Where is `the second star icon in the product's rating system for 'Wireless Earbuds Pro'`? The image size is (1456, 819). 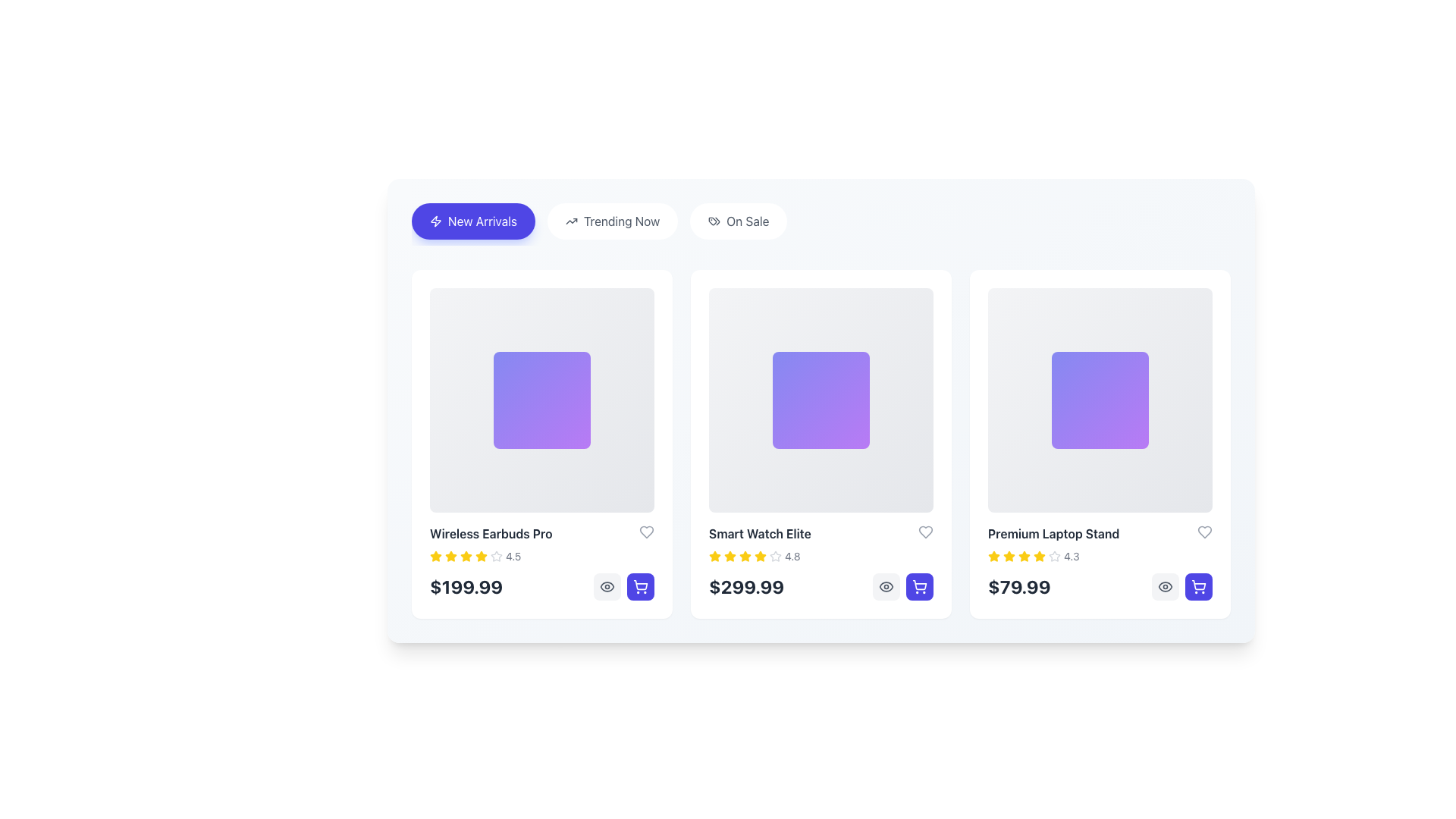 the second star icon in the product's rating system for 'Wireless Earbuds Pro' is located at coordinates (480, 556).